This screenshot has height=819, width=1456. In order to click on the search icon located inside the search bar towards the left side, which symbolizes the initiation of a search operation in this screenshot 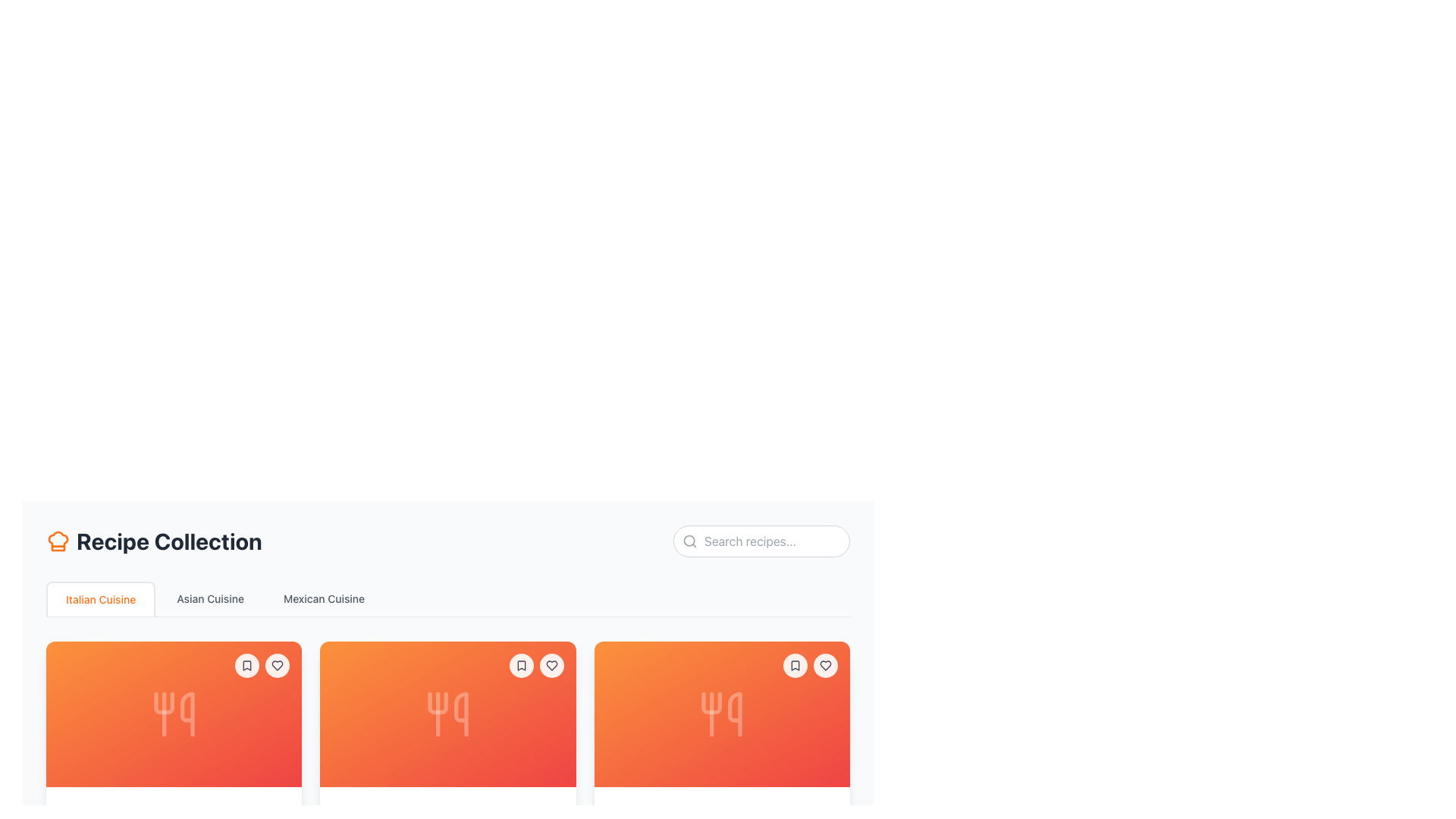, I will do `click(689, 540)`.